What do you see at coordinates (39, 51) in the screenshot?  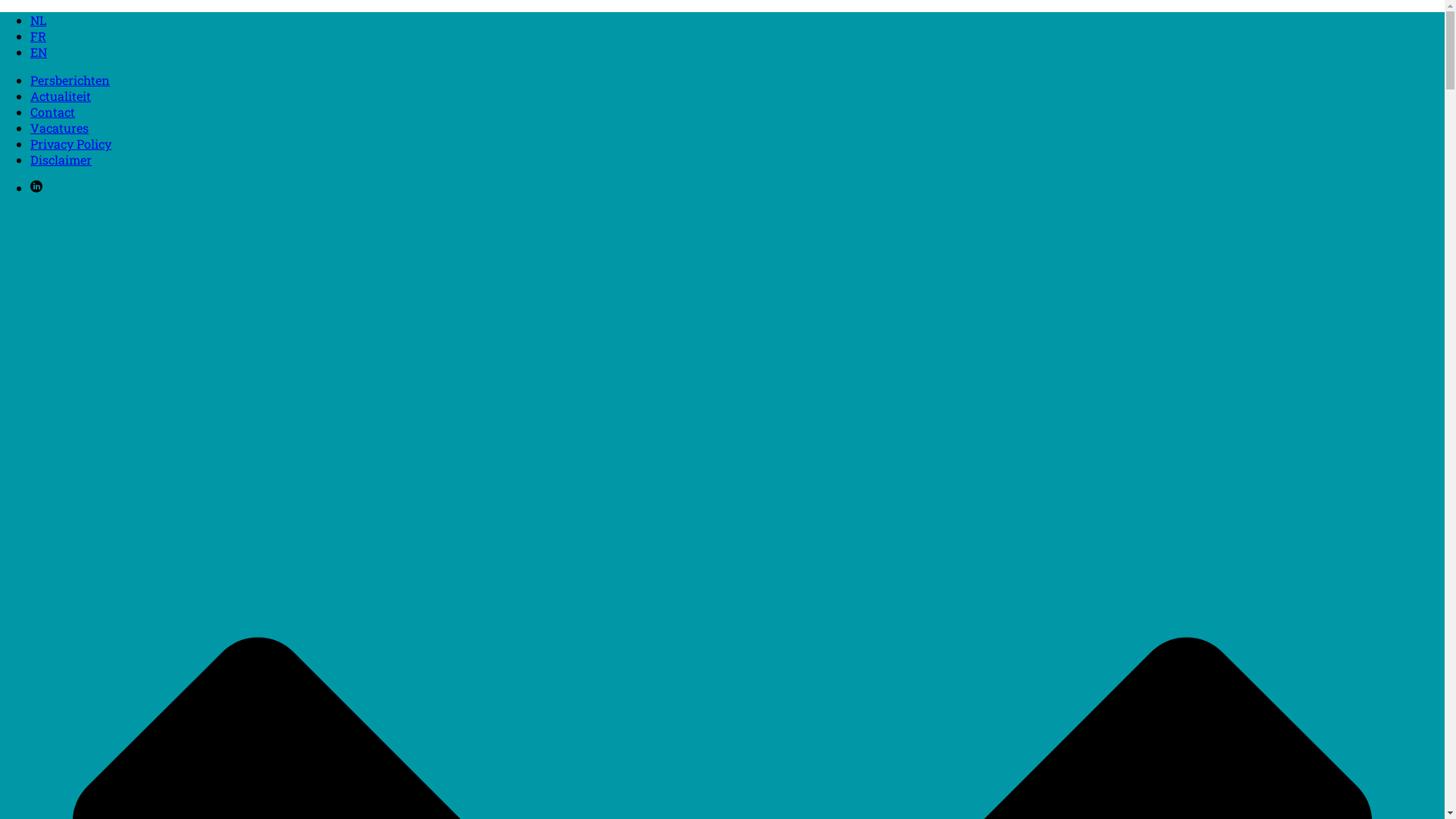 I see `'EN'` at bounding box center [39, 51].